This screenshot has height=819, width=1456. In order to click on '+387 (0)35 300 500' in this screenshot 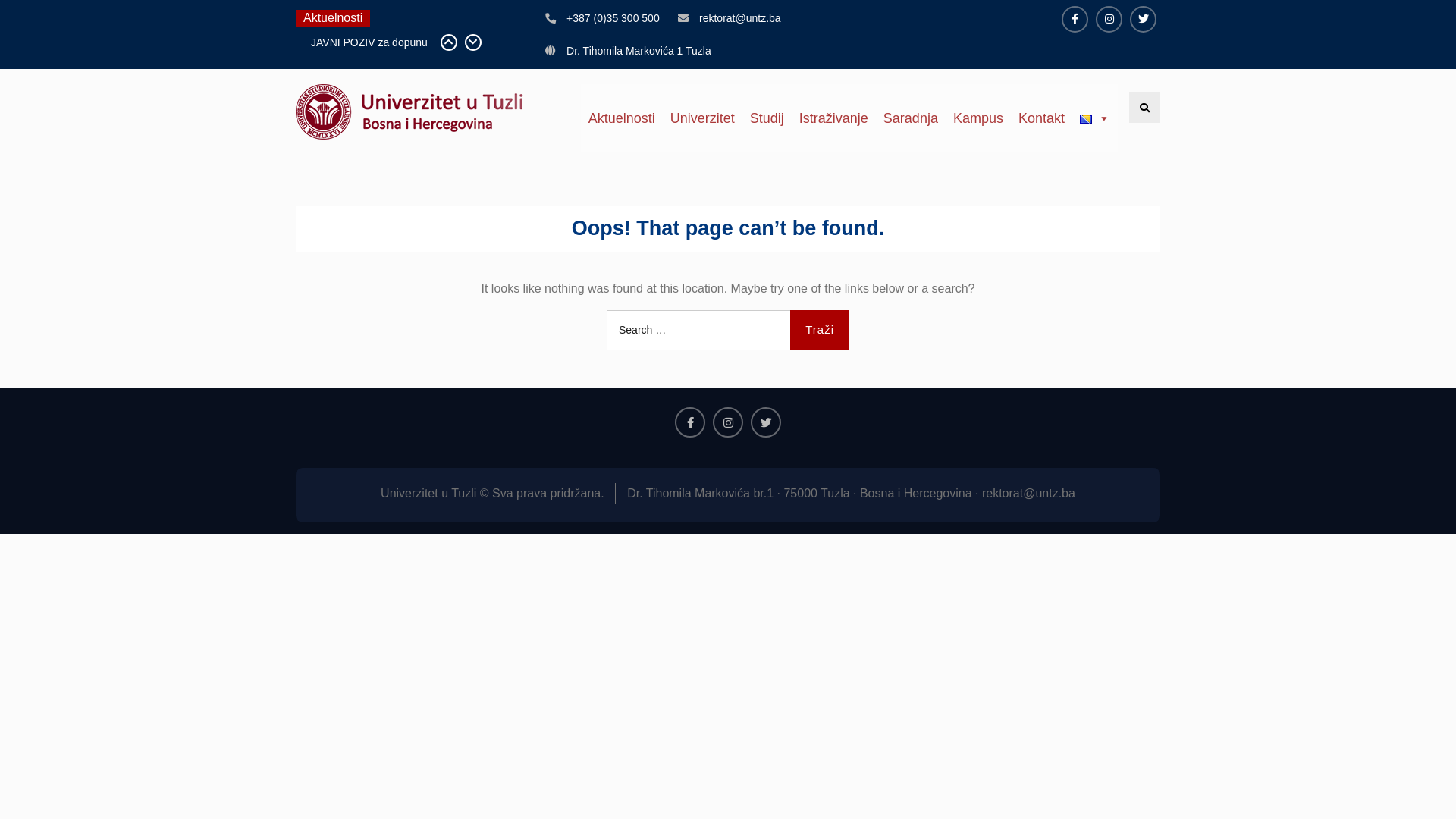, I will do `click(613, 18)`.